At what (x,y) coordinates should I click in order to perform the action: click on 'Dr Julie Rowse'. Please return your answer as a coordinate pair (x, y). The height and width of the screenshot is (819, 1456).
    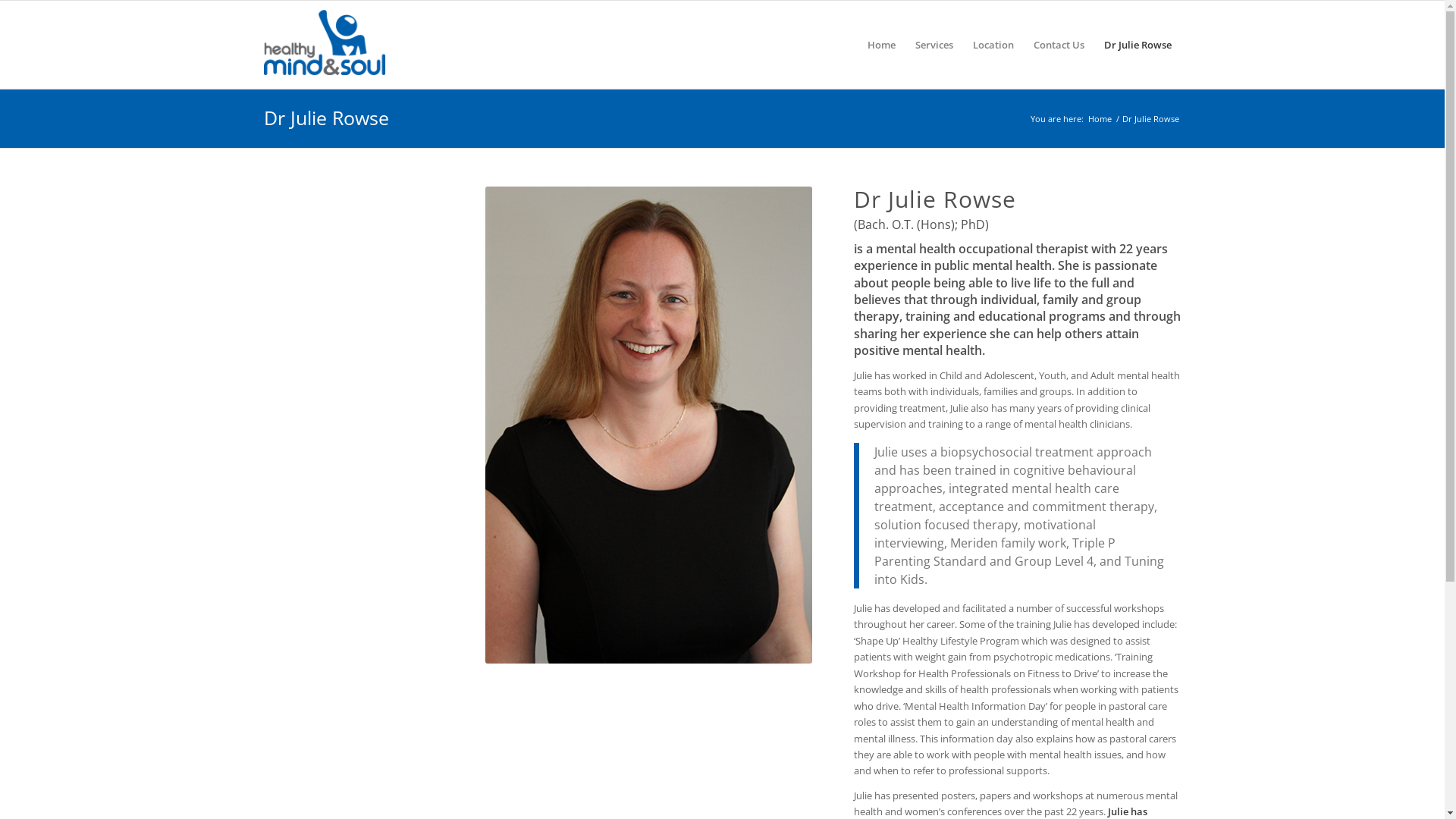
    Looking at the image, I should click on (325, 116).